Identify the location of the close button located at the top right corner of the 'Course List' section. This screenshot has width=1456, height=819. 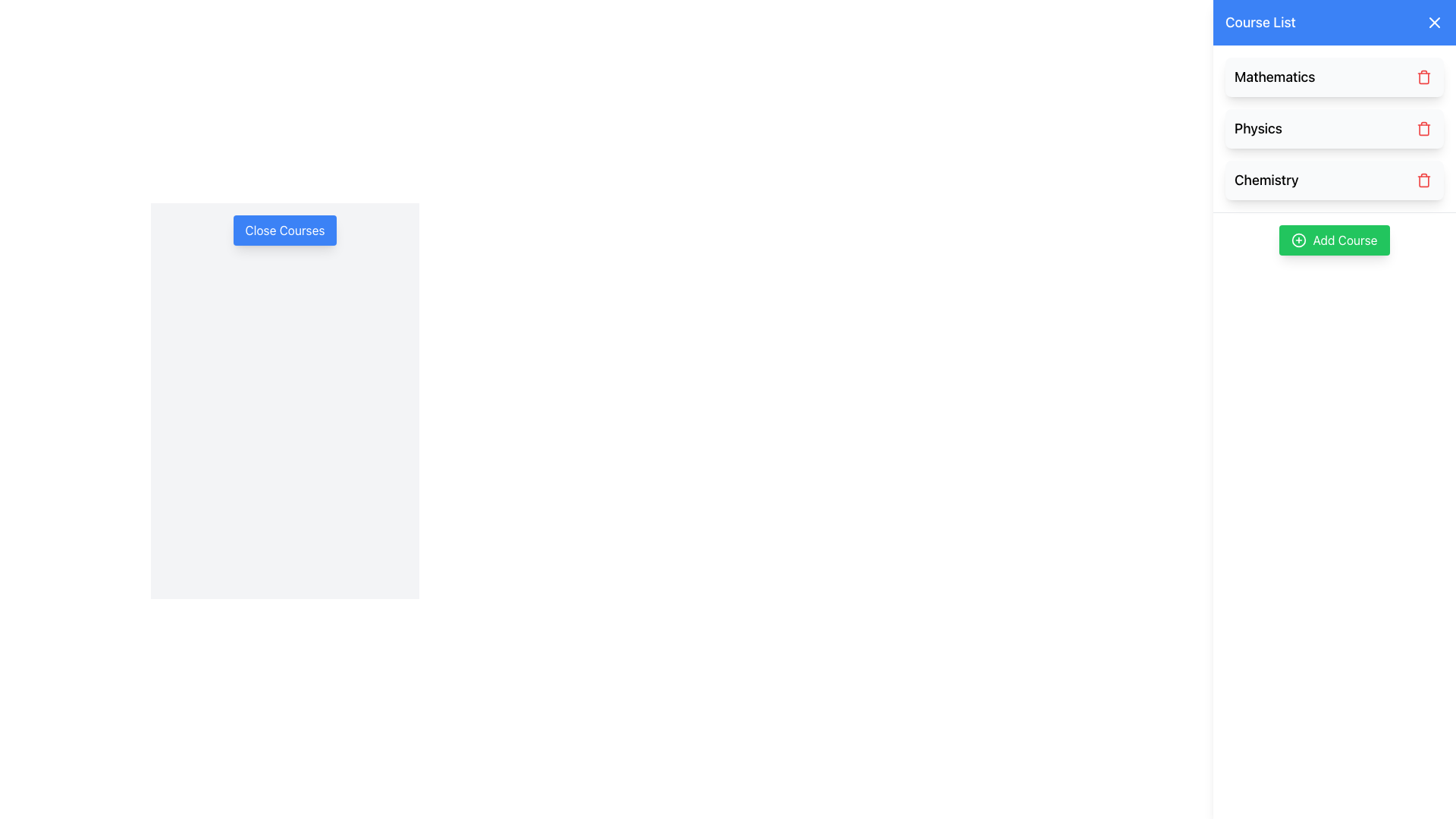
(1433, 23).